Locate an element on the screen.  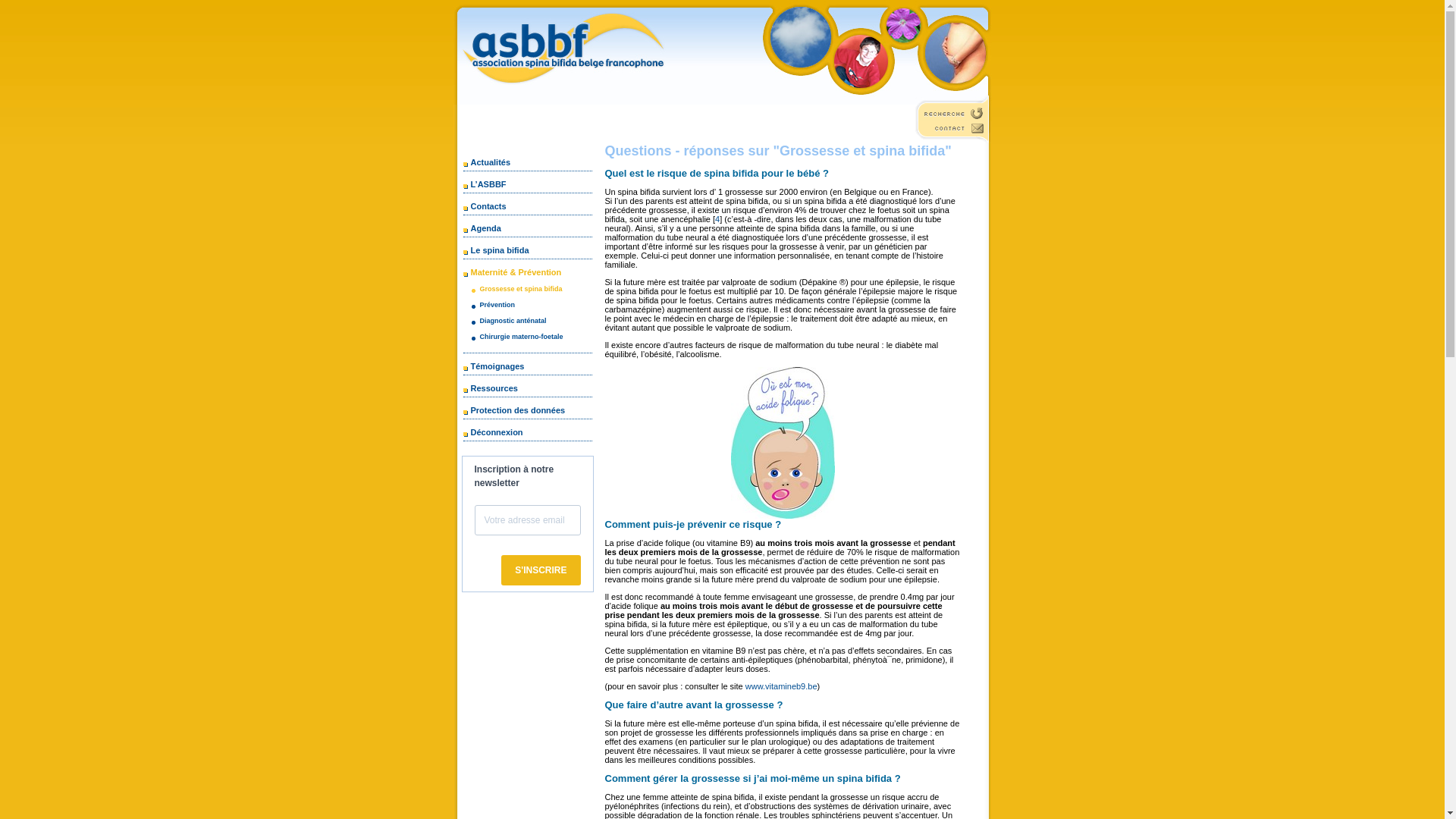
'Le spina bifida' is located at coordinates (496, 249).